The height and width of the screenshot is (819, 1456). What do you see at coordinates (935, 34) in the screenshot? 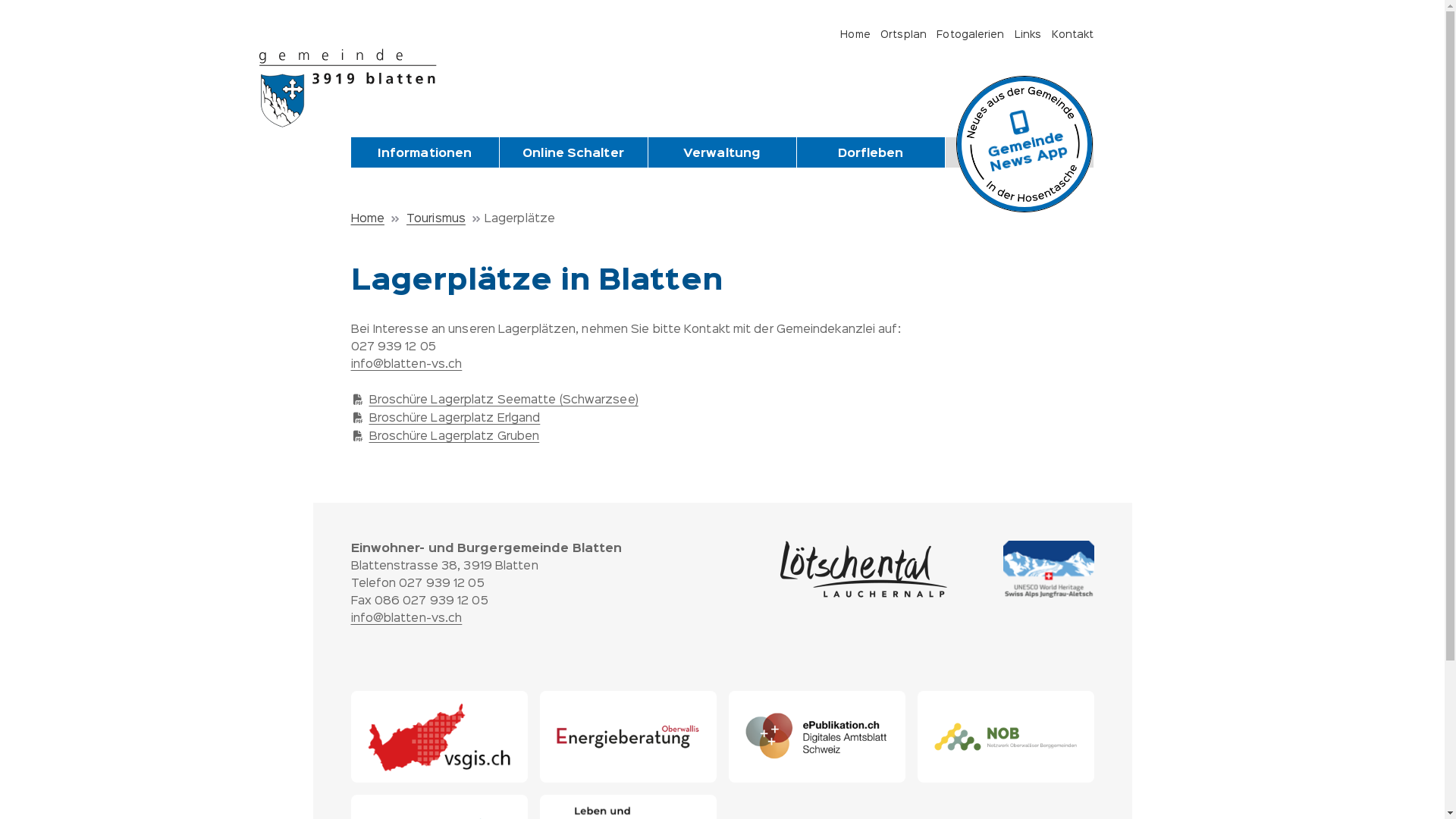
I see `'Fotogalerien'` at bounding box center [935, 34].